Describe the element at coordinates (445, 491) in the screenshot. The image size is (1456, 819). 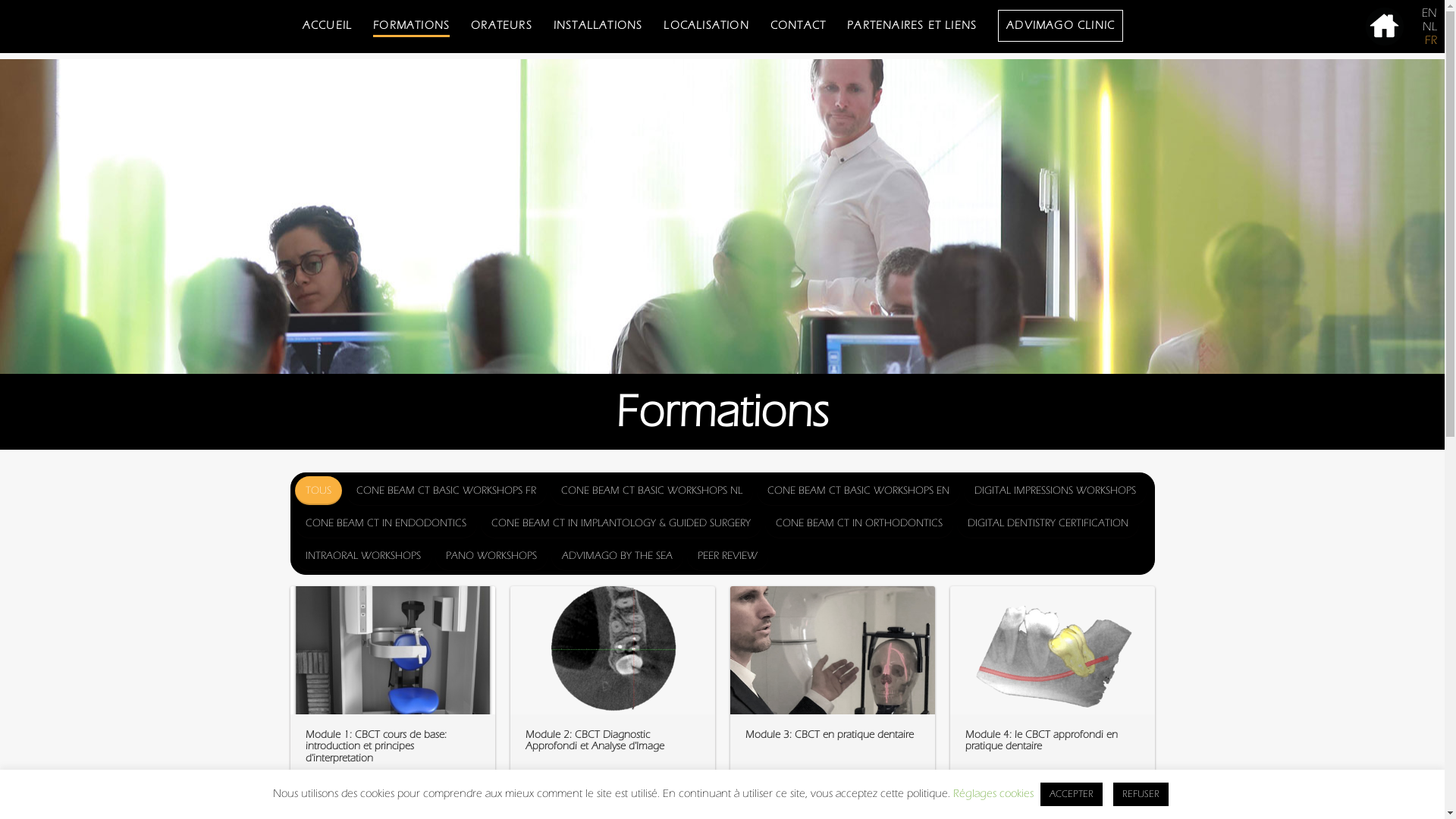
I see `'CONE BEAM CT BASIC WORKSHOPS FR'` at that location.